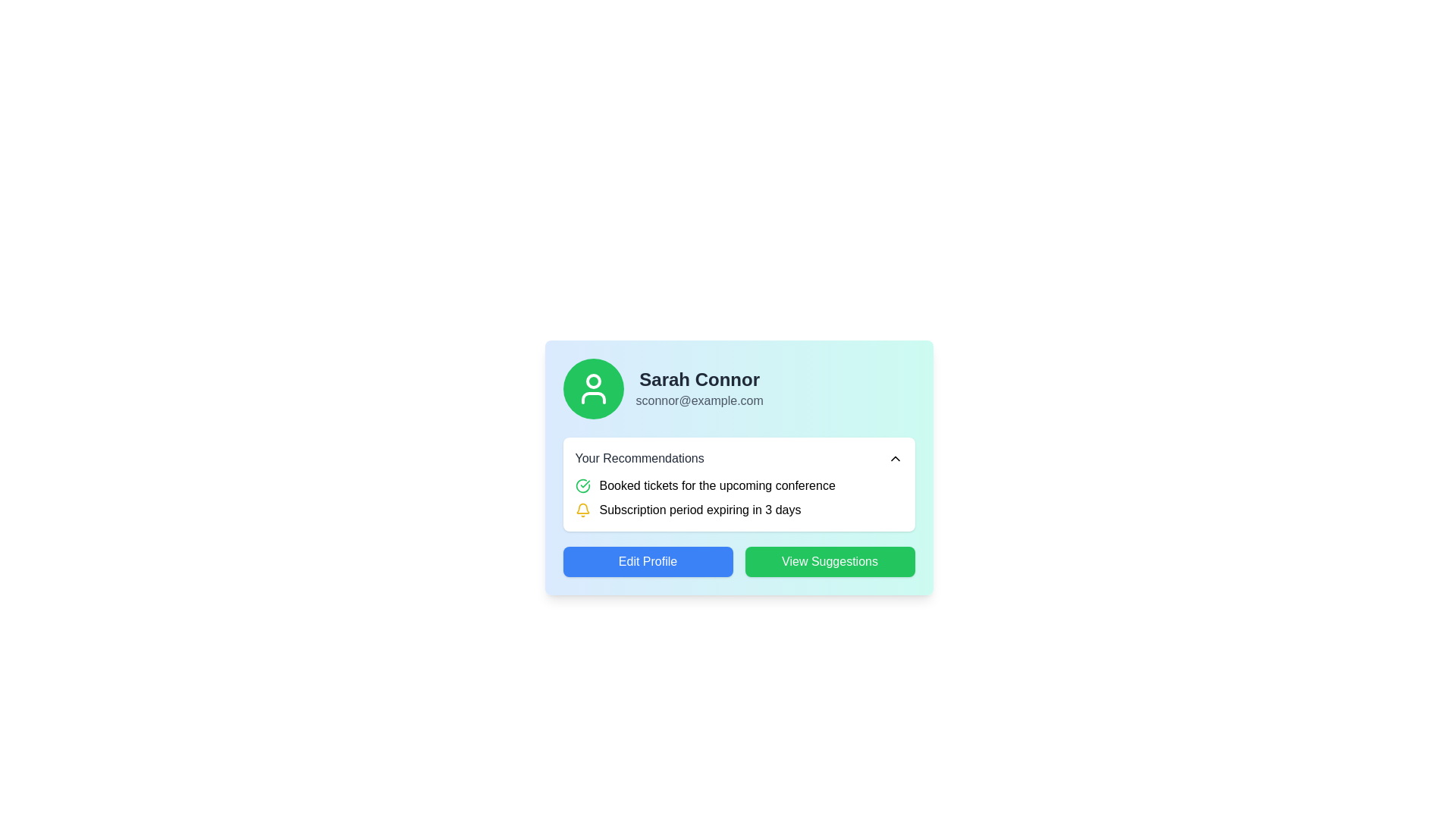 This screenshot has width=1456, height=819. What do you see at coordinates (582, 510) in the screenshot?
I see `the yellow bell icon that indicates 'Subscription period expiring in 3 days'` at bounding box center [582, 510].